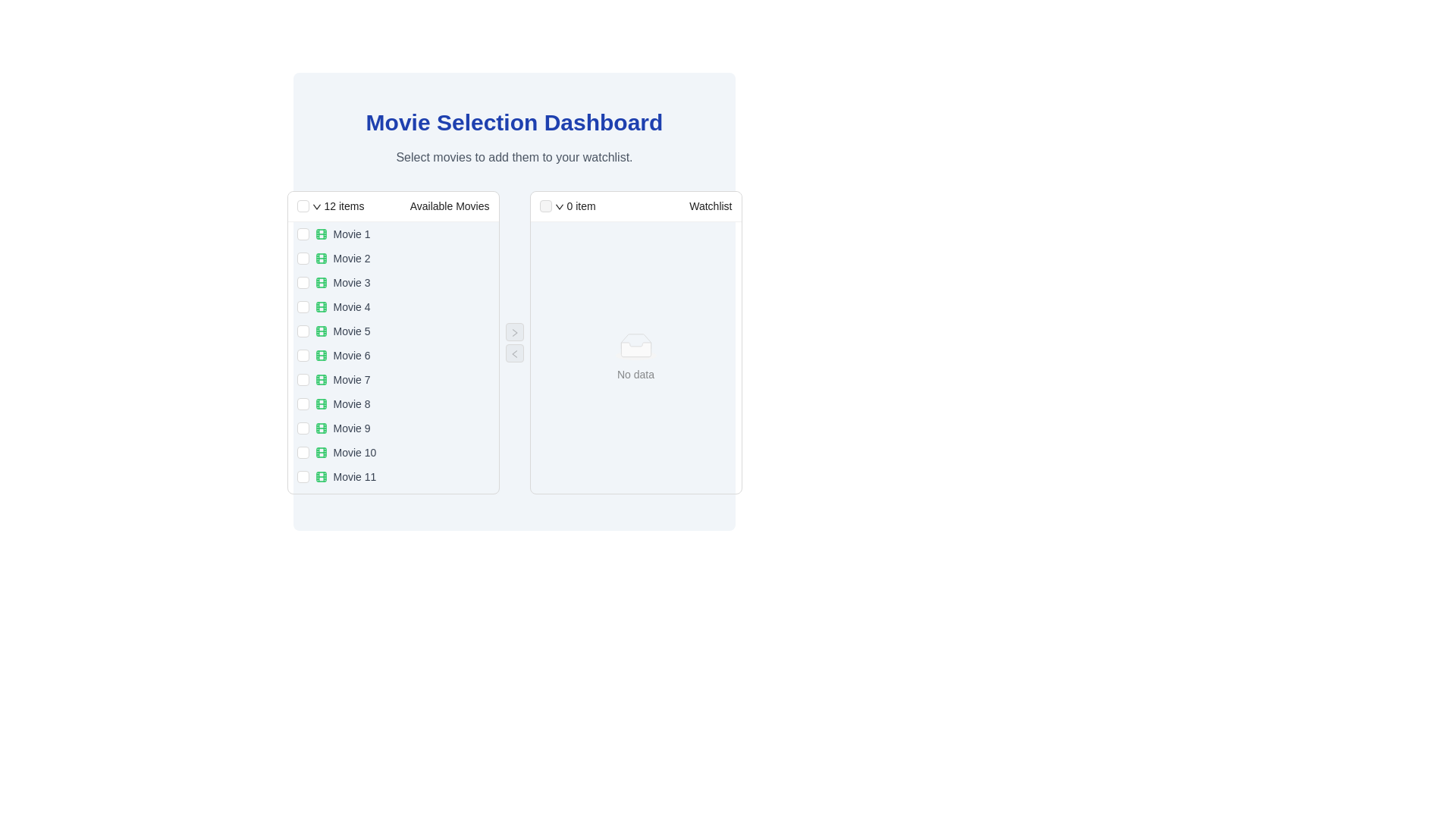 This screenshot has height=819, width=1456. I want to click on the list item labeled 'Movie 10' with a checkbox, so click(393, 452).